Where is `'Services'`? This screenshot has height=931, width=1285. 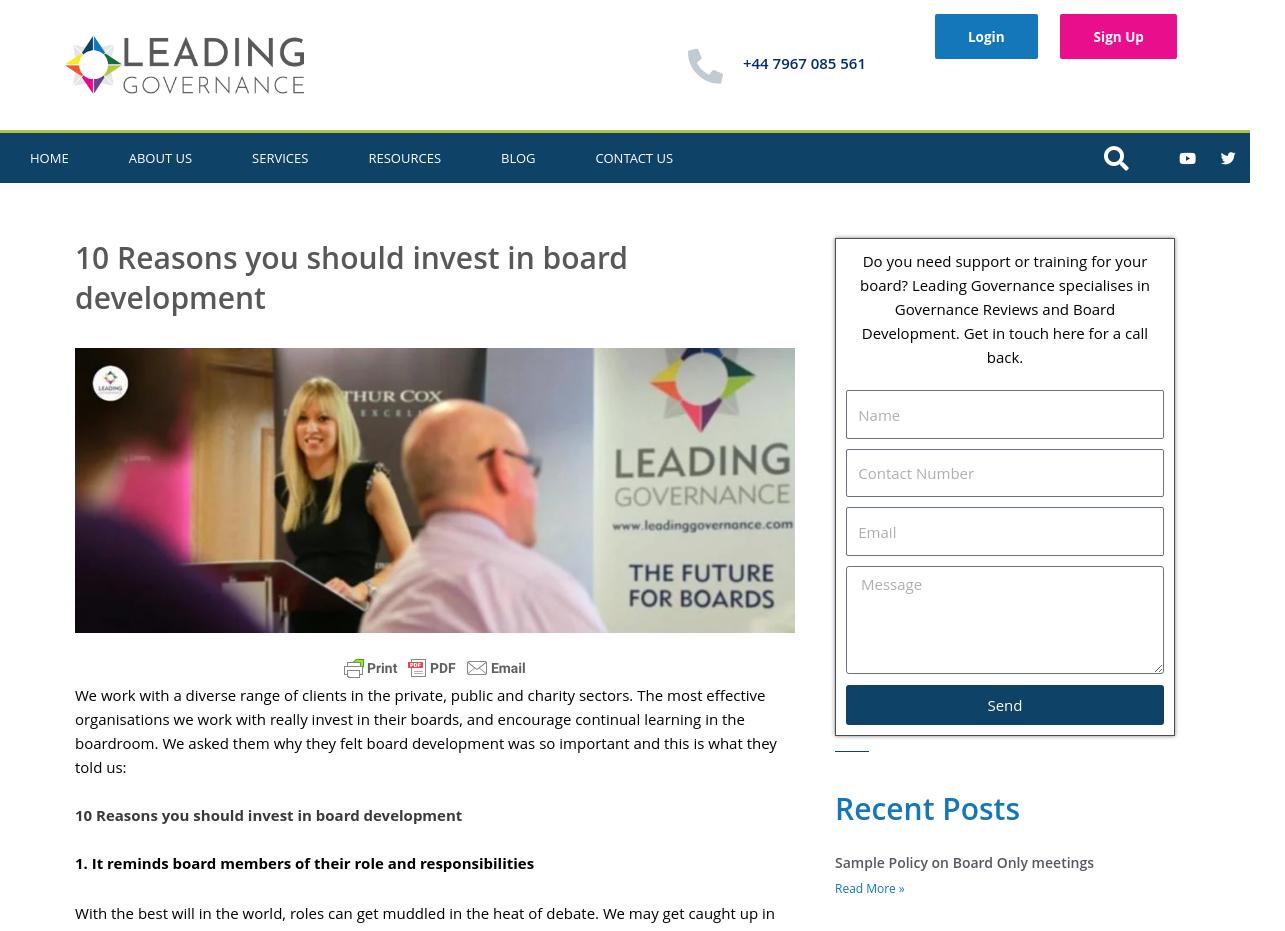 'Services' is located at coordinates (279, 156).